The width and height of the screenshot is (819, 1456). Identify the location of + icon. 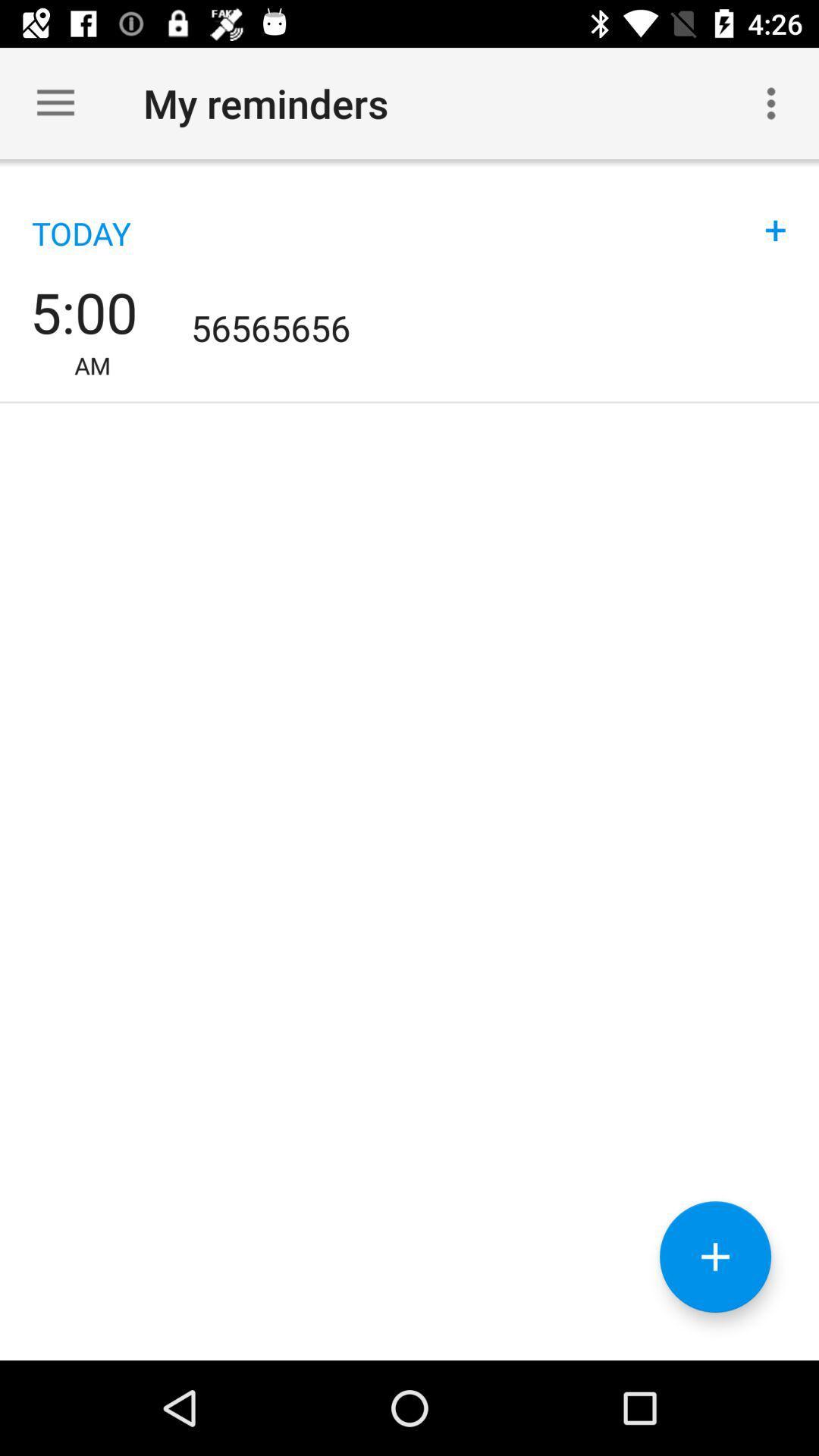
(775, 214).